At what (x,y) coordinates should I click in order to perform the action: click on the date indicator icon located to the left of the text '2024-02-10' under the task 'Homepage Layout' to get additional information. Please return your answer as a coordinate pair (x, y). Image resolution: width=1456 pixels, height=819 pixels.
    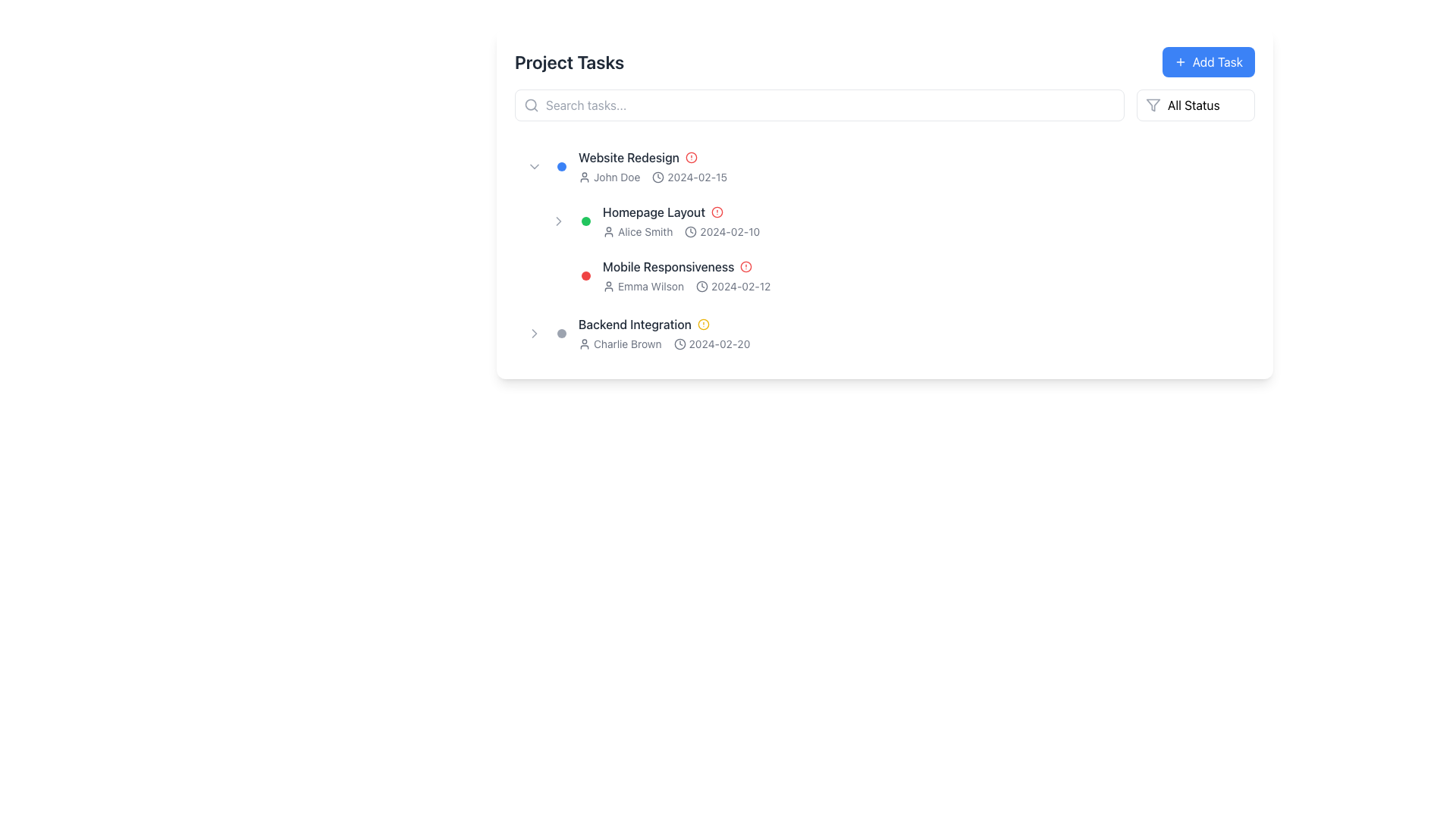
    Looking at the image, I should click on (690, 231).